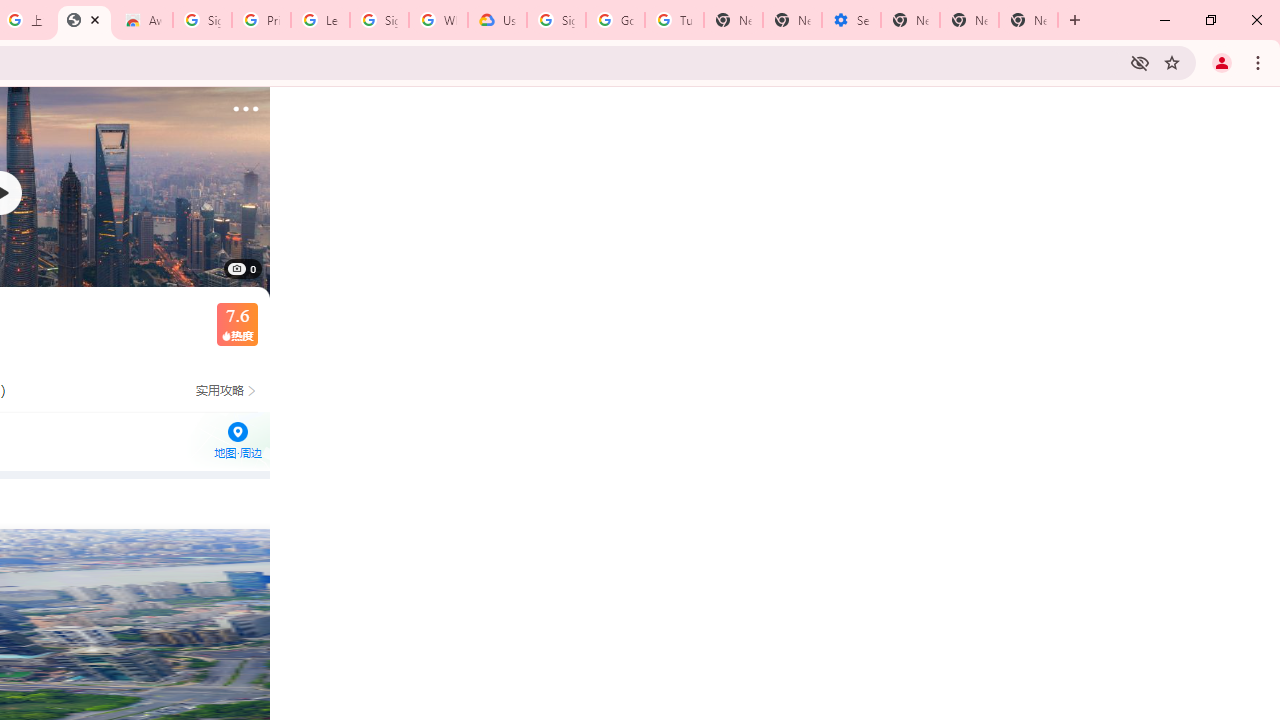 Image resolution: width=1280 pixels, height=720 pixels. What do you see at coordinates (909, 20) in the screenshot?
I see `'New Tab'` at bounding box center [909, 20].